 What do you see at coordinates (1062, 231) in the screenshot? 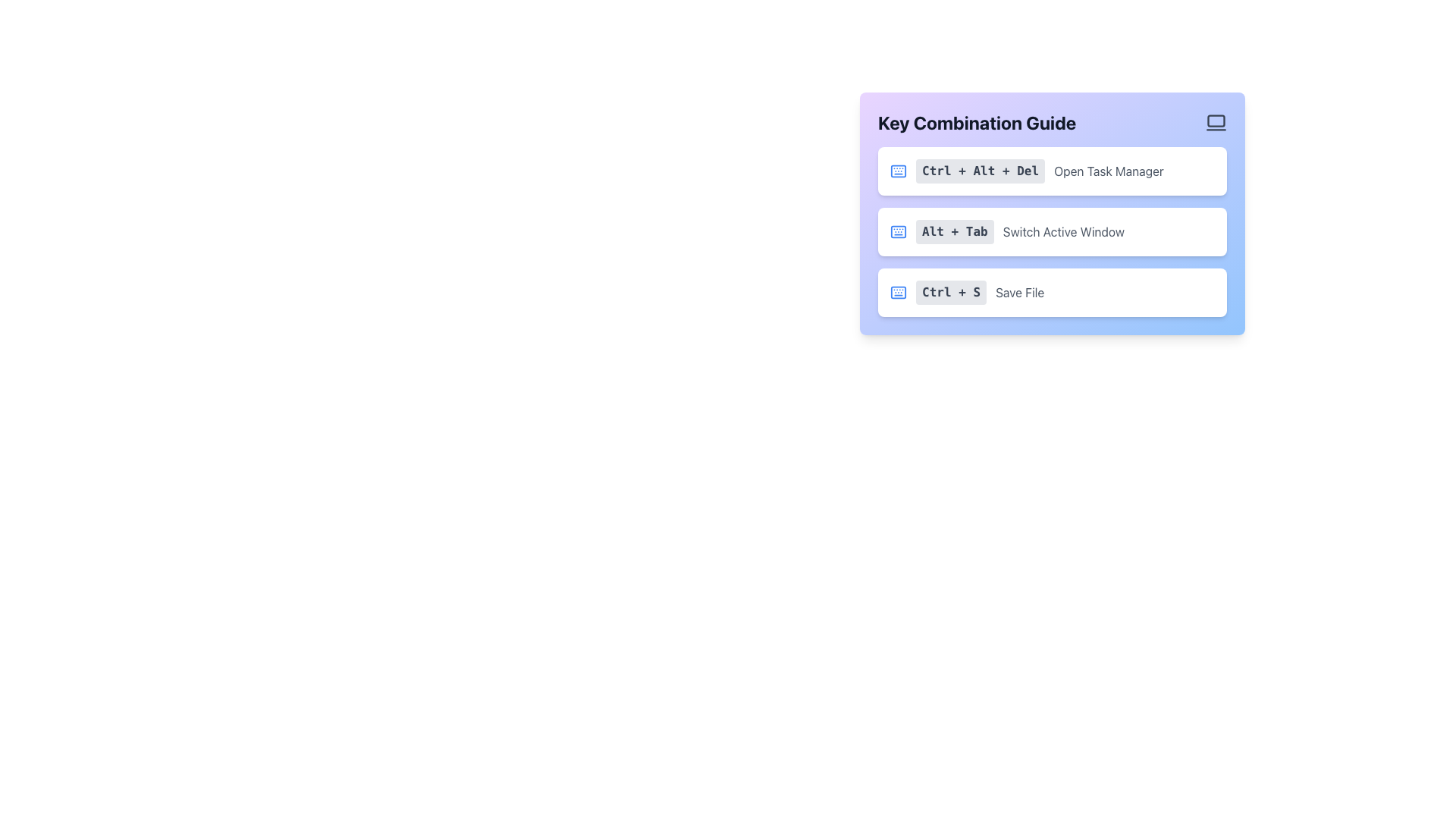
I see `the text label displaying 'Switch Active Window', which is styled in gray font and part of a horizontal layout in the key combination guide` at bounding box center [1062, 231].